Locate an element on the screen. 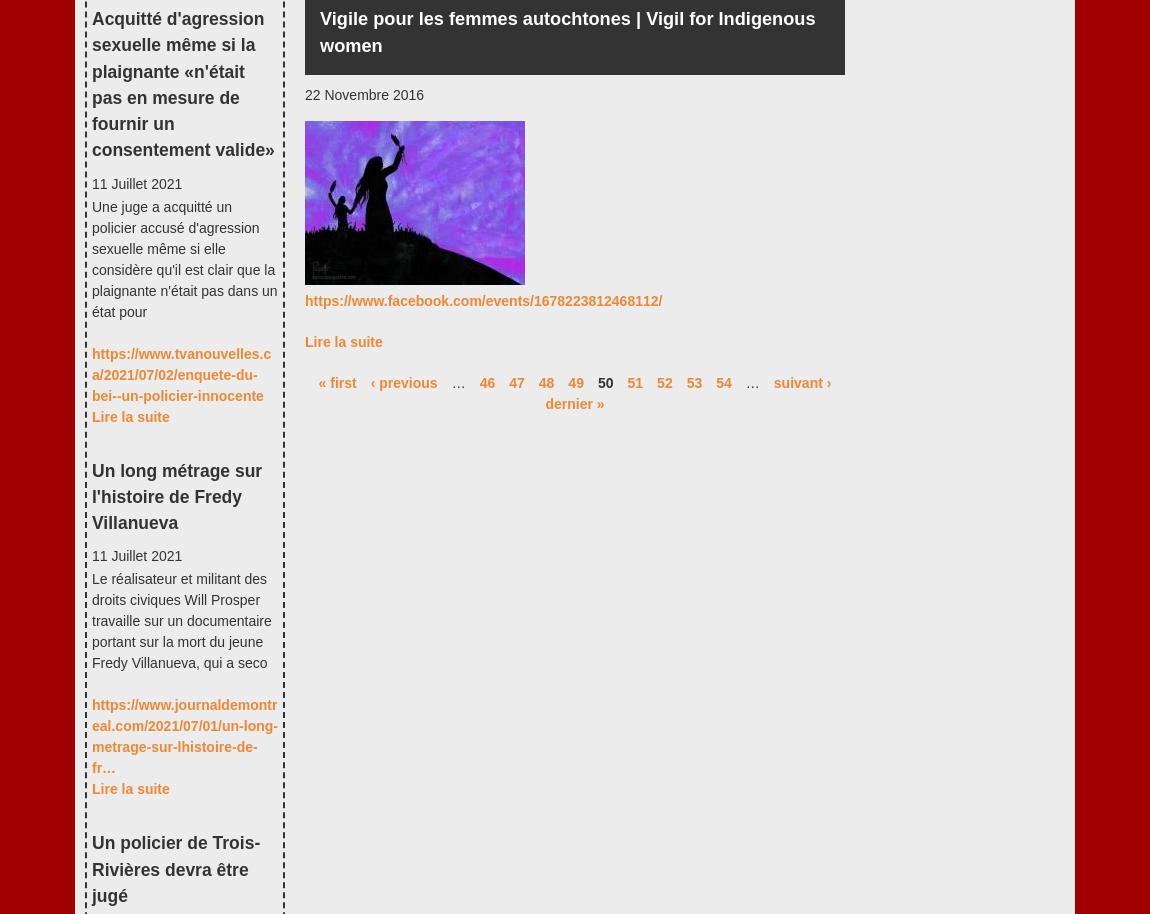 The image size is (1150, 914). 'Acquitté d'agression sexuelle même si la plaignante «n'était pas en mesure de fournir un consentement valide»' is located at coordinates (181, 83).